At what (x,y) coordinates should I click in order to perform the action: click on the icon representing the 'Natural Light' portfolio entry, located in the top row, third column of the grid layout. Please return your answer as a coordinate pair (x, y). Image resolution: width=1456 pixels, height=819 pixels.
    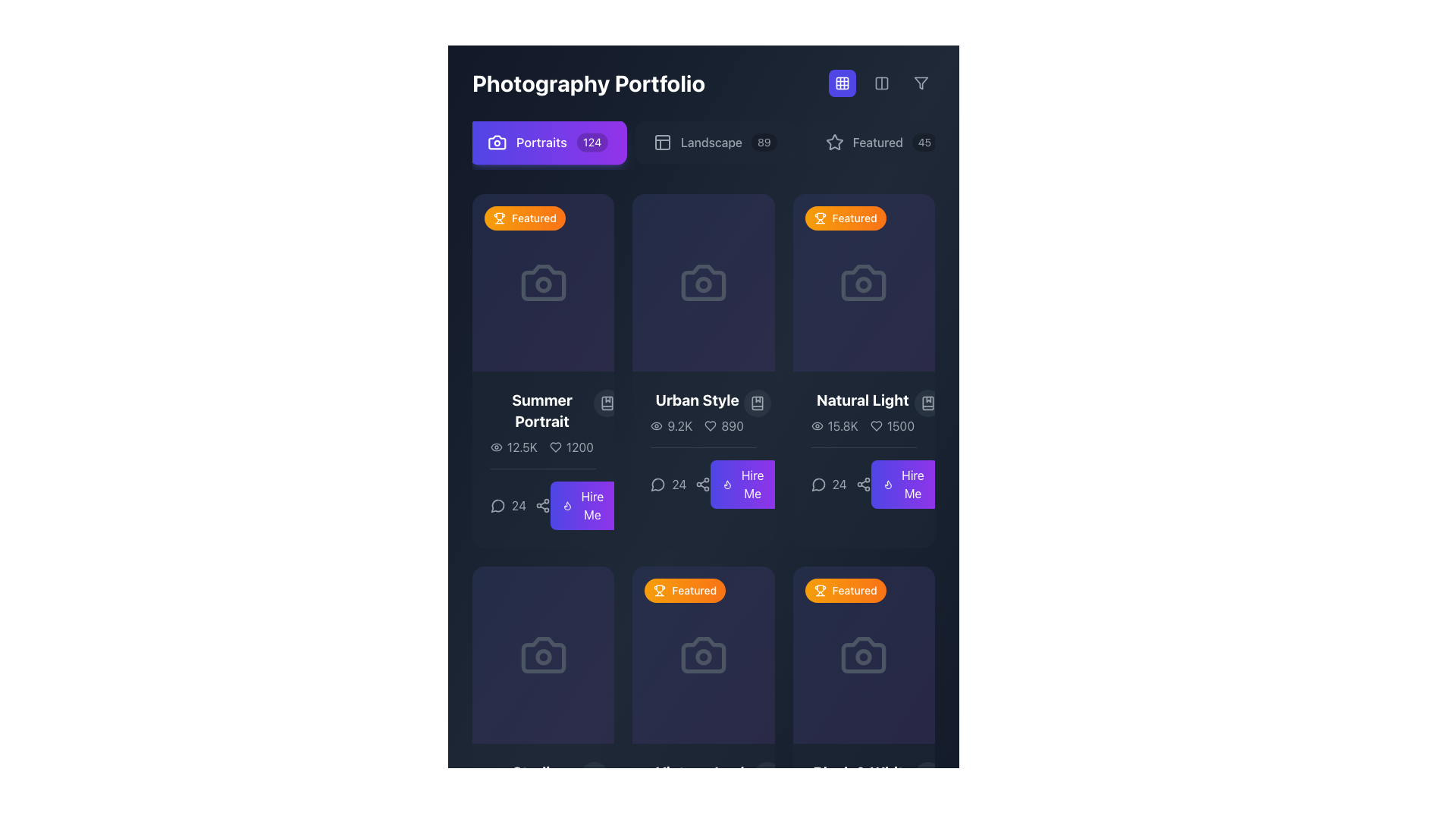
    Looking at the image, I should click on (864, 283).